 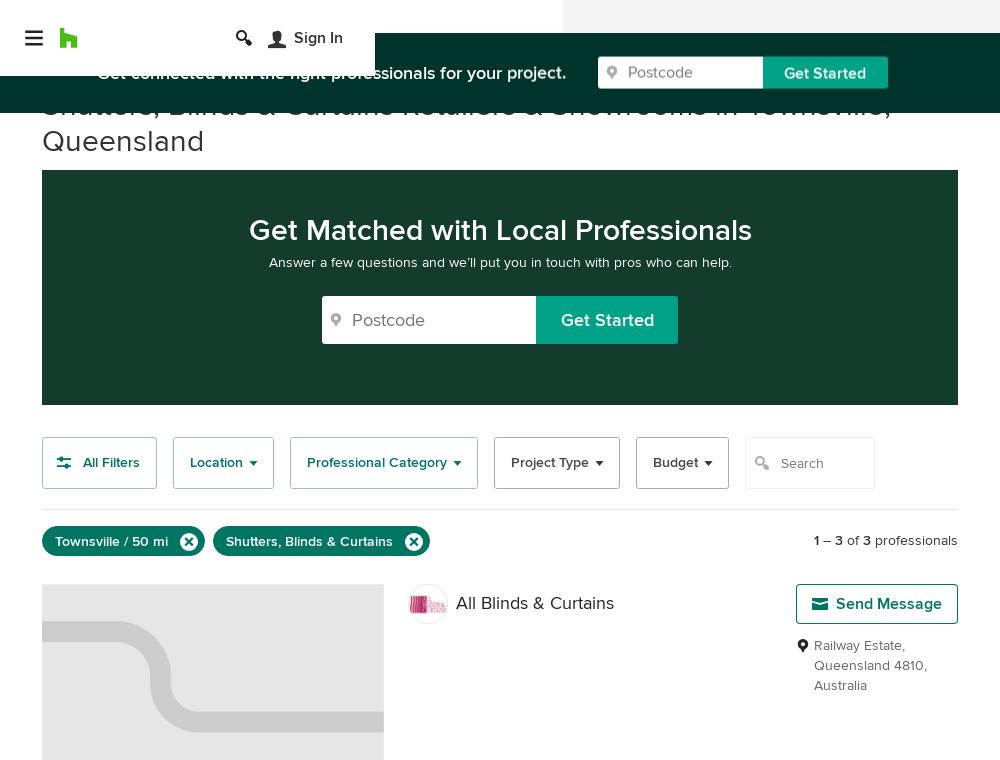 What do you see at coordinates (511, 461) in the screenshot?
I see `'Project Type'` at bounding box center [511, 461].